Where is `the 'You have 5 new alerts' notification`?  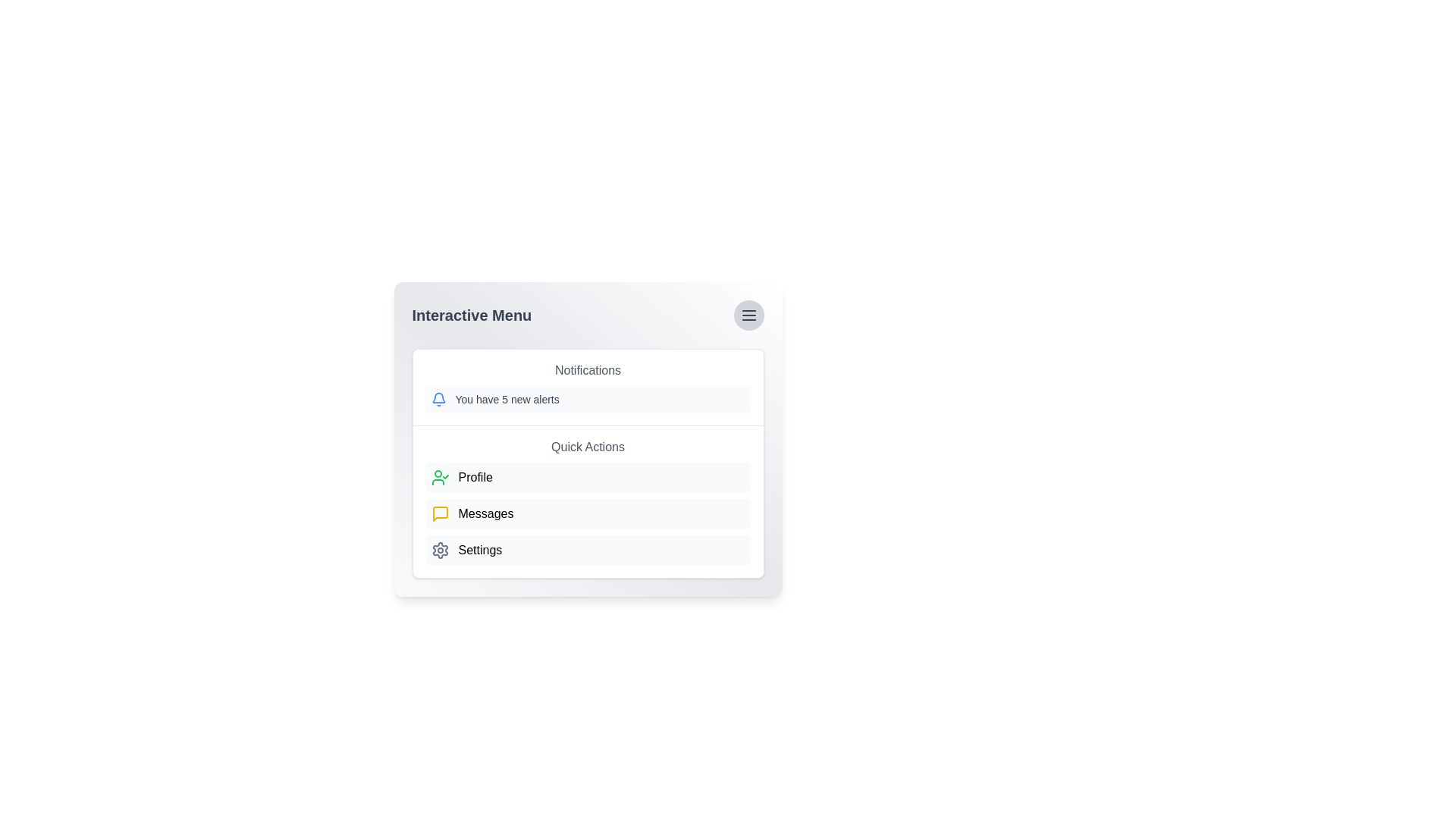 the 'You have 5 new alerts' notification is located at coordinates (587, 399).